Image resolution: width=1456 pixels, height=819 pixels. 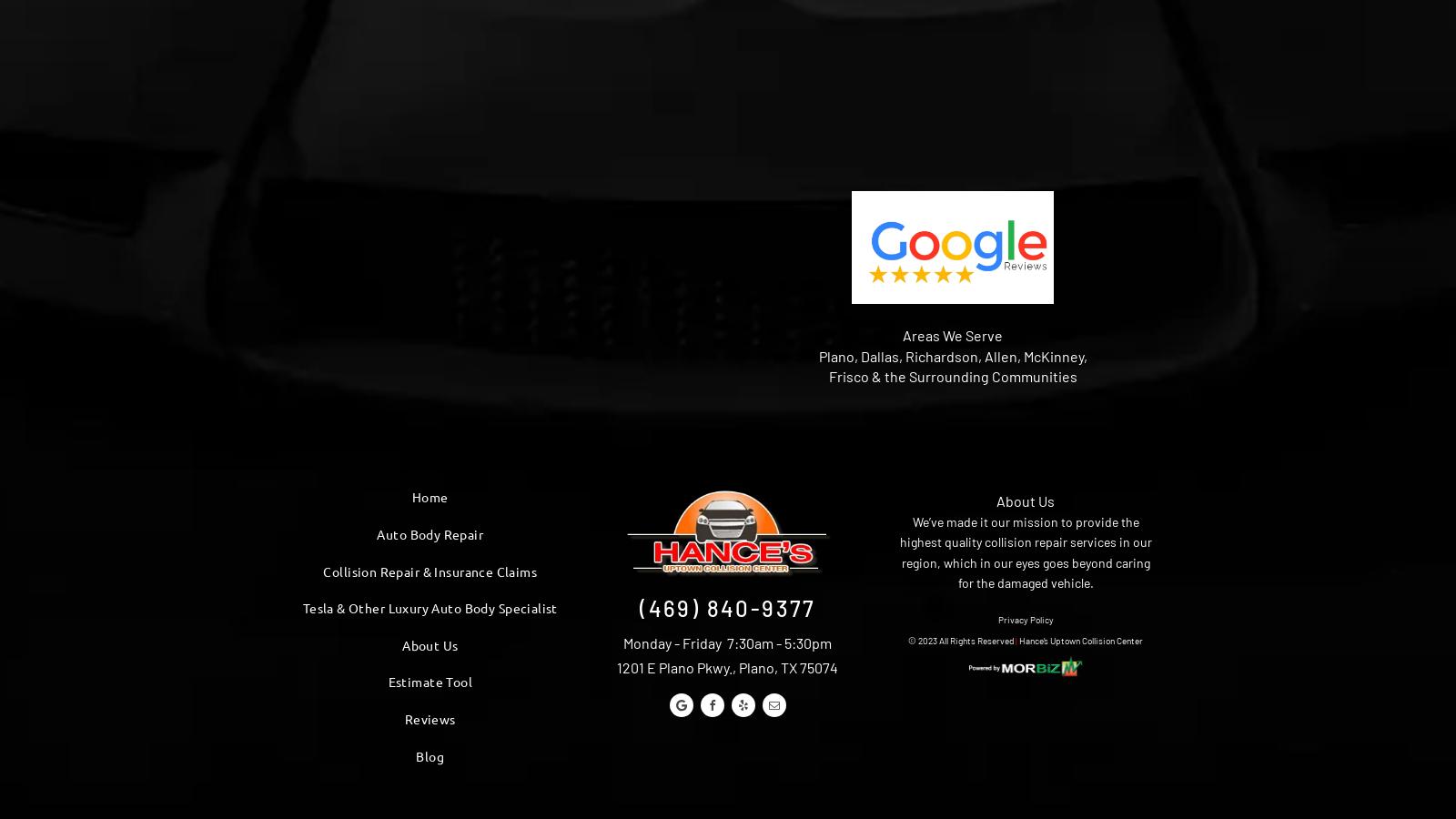 I want to click on '1201 E Plano Pkwy., Plano, TX 75074', so click(x=727, y=665).